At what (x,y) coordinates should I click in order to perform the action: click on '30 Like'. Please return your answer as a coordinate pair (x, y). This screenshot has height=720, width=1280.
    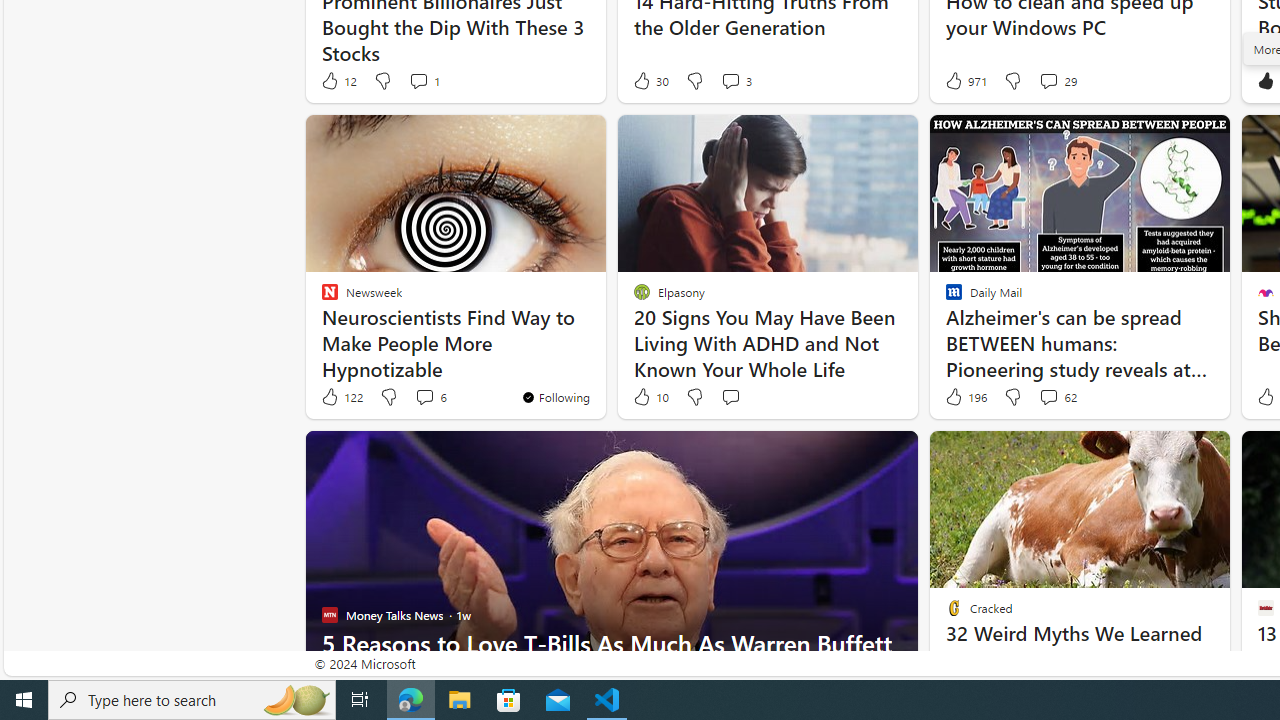
    Looking at the image, I should click on (650, 80).